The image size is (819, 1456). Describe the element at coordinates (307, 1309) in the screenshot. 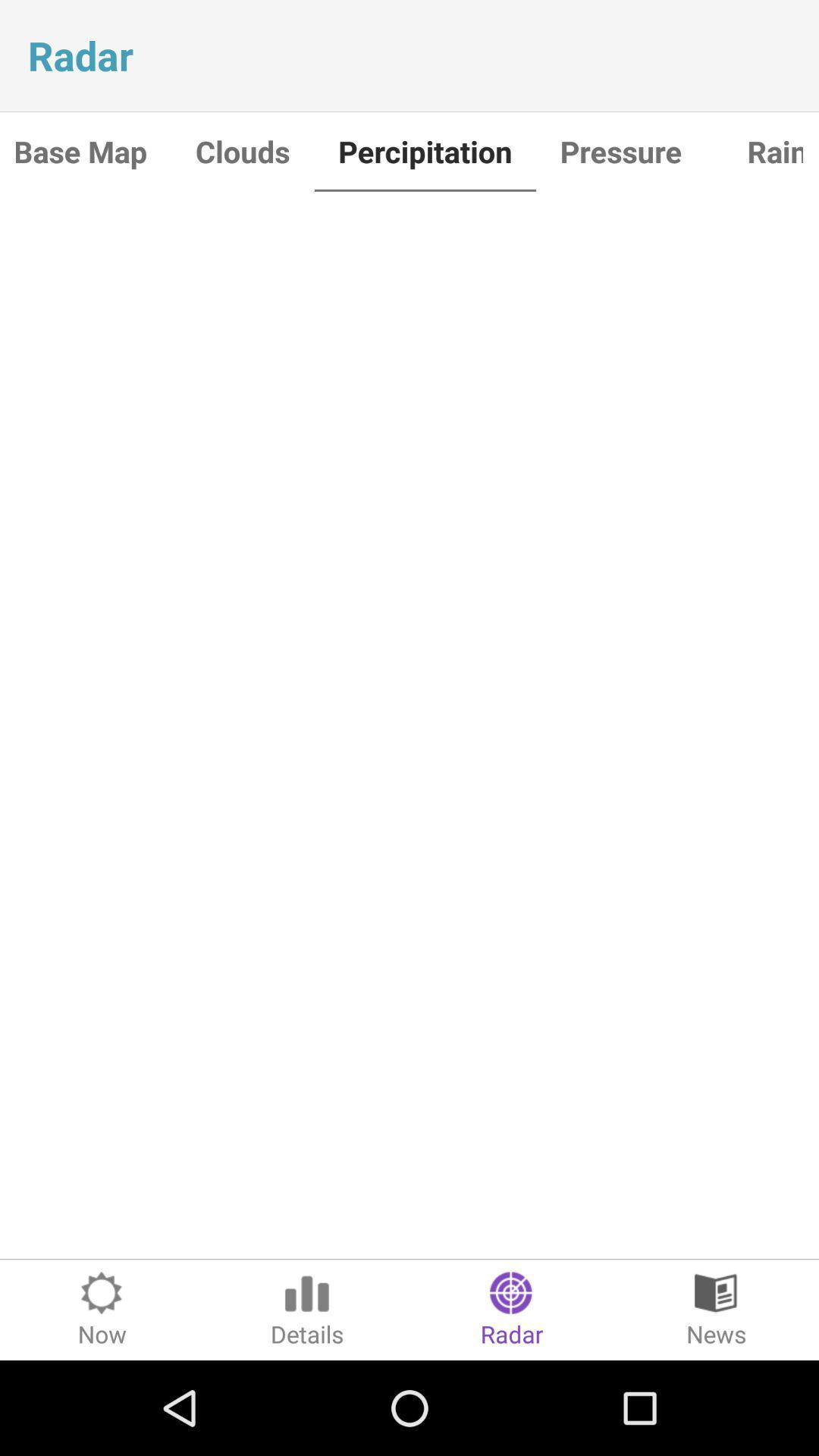

I see `icon to the right of now` at that location.